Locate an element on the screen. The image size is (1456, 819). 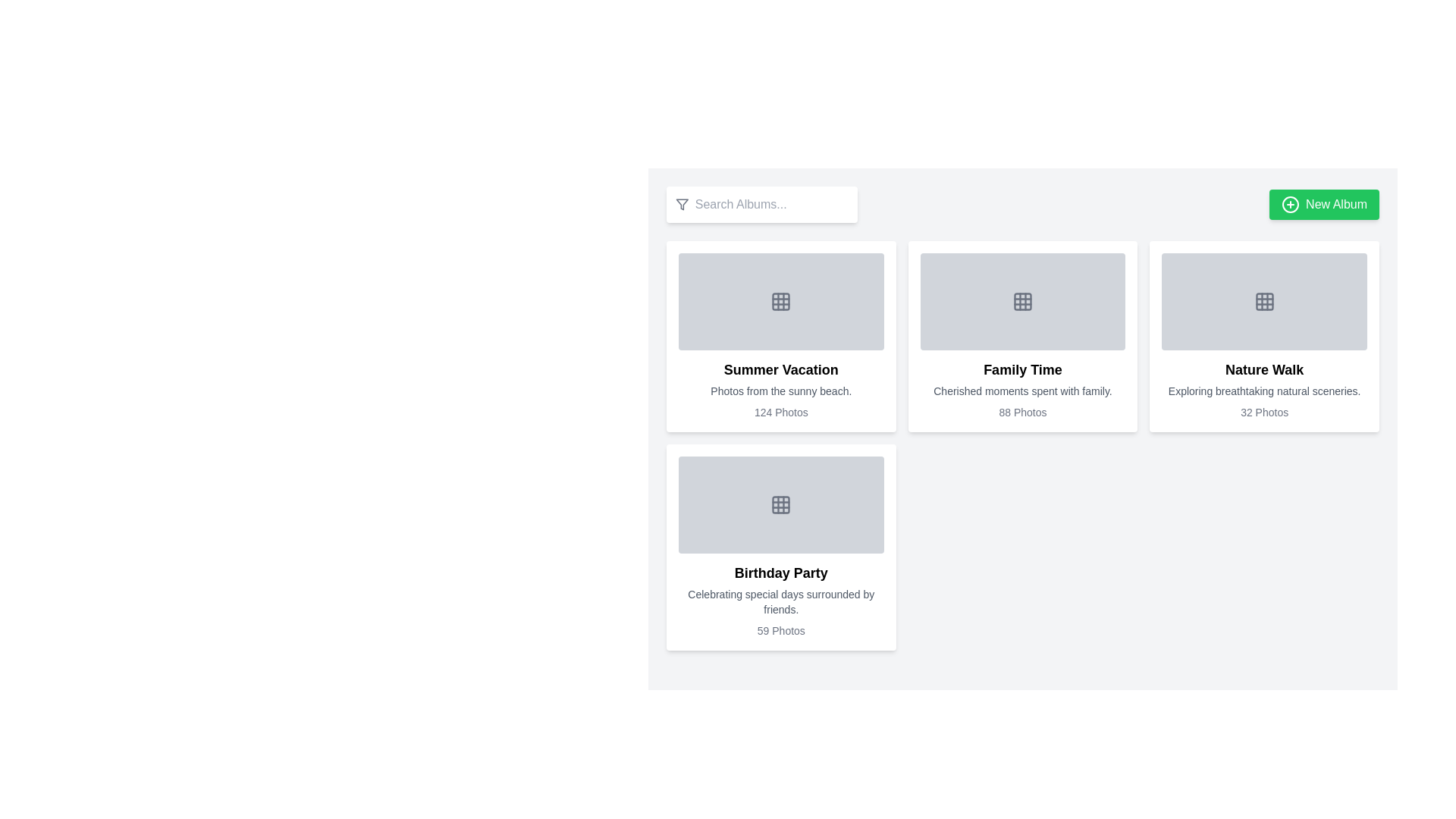
the descriptive subtitle text that provides context for the photo album themed around a summer vacation to trigger a tooltip is located at coordinates (781, 391).